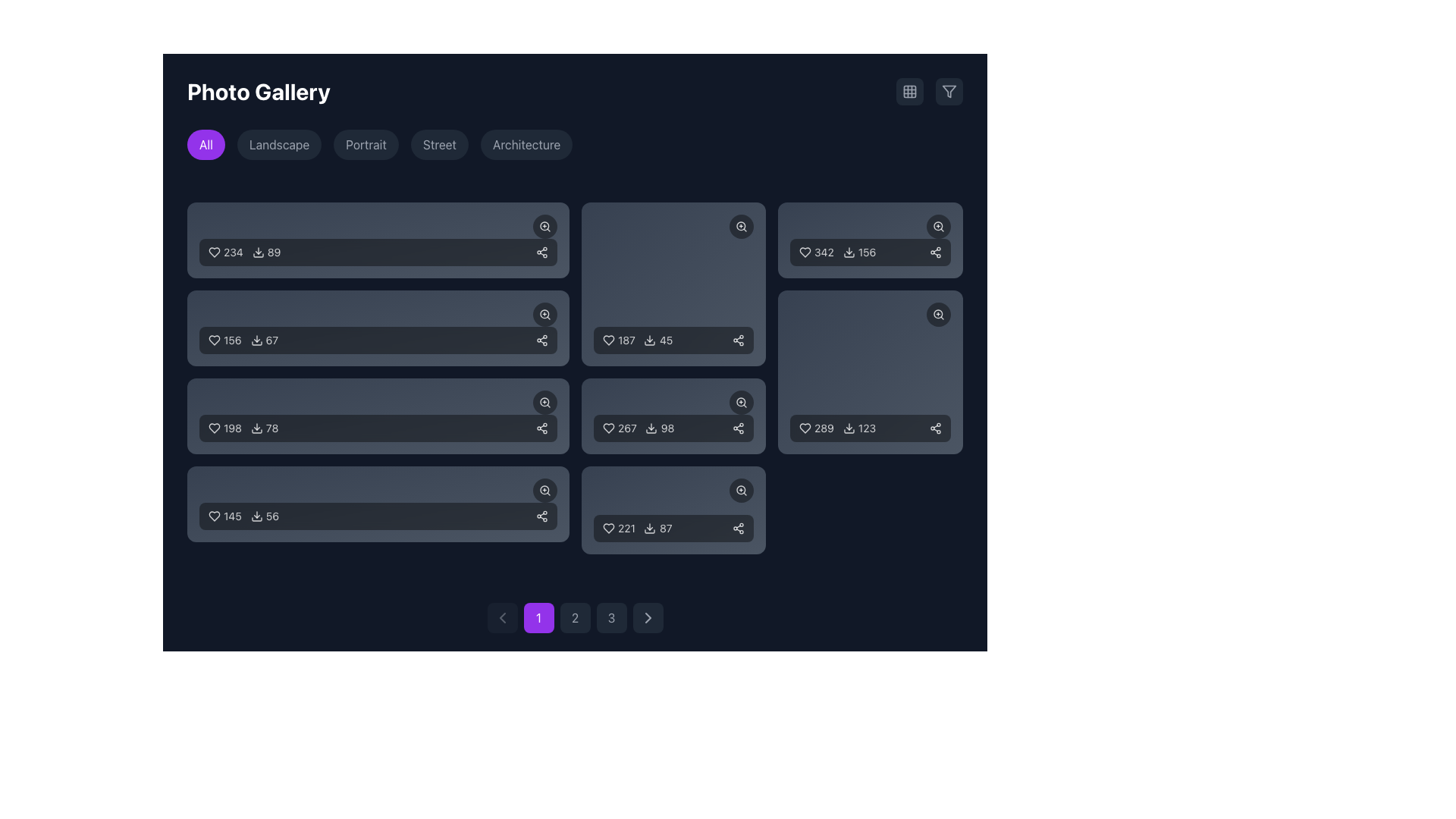 Image resolution: width=1456 pixels, height=819 pixels. What do you see at coordinates (608, 428) in the screenshot?
I see `the heart-shaped interactive icon in the lower-right quadrant of the interface to trigger tooltip or highlight effects` at bounding box center [608, 428].